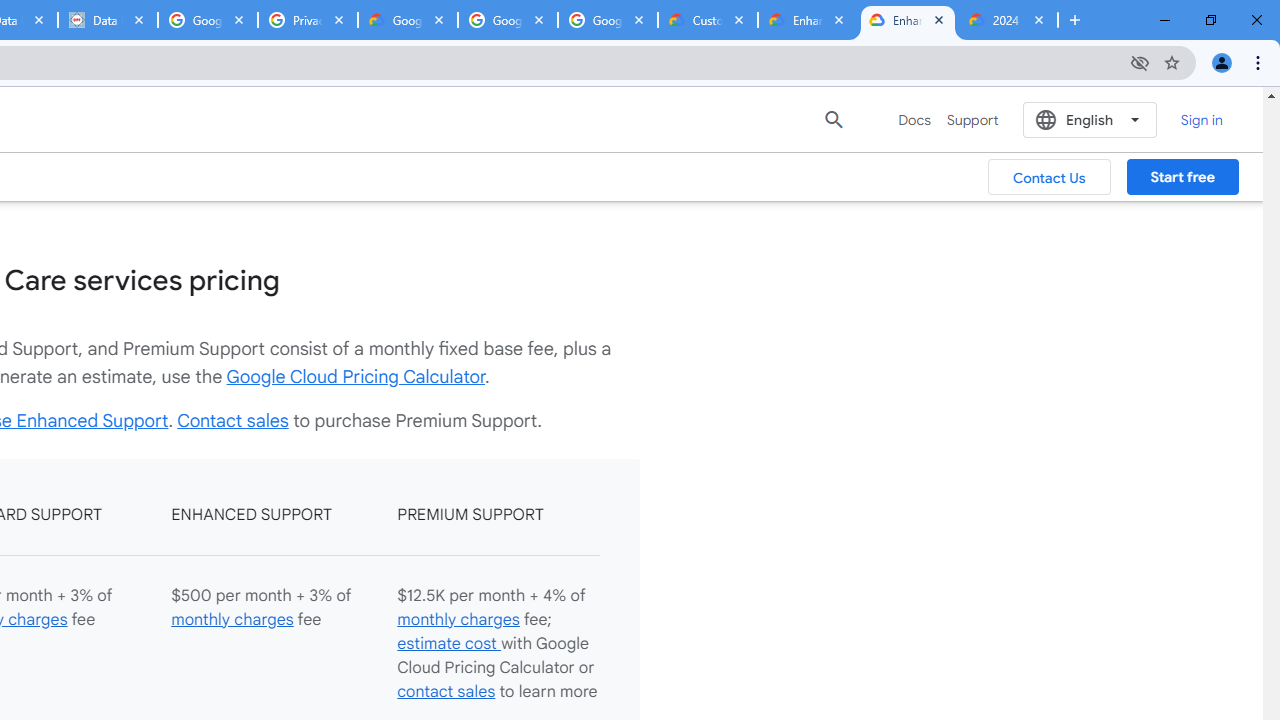 The width and height of the screenshot is (1280, 720). Describe the element at coordinates (445, 690) in the screenshot. I see `'contact sales'` at that location.